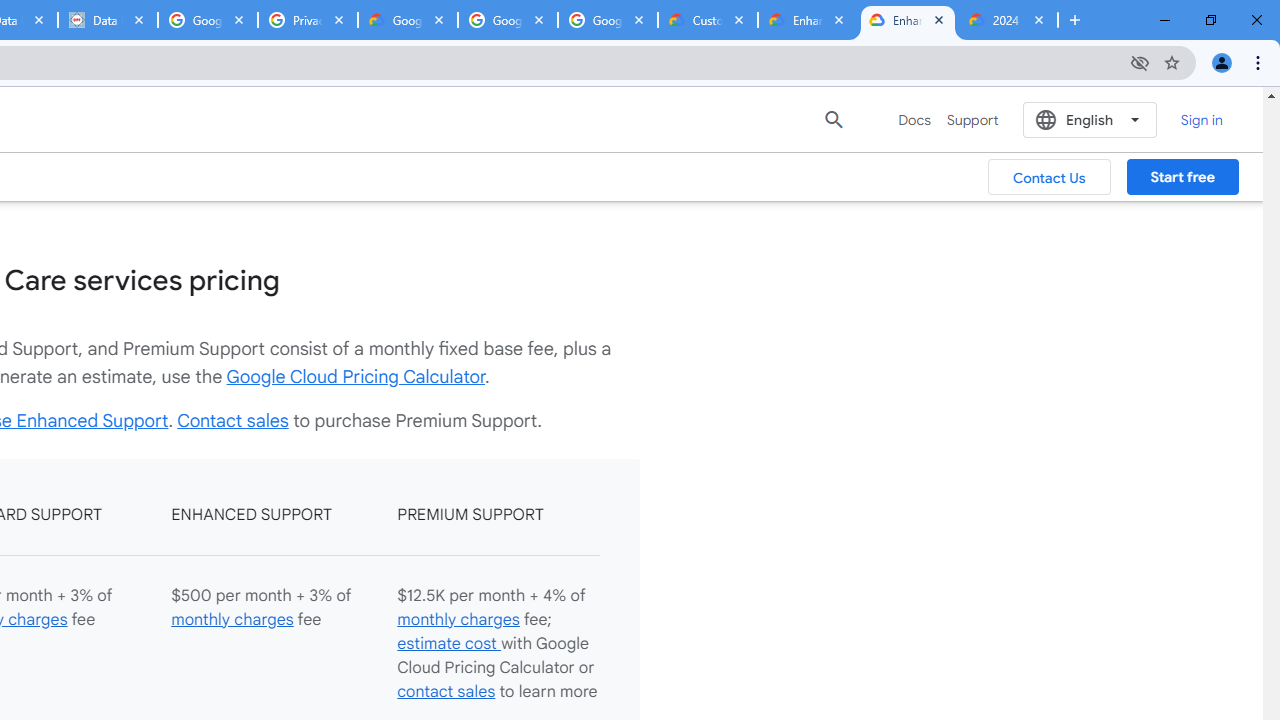 The width and height of the screenshot is (1280, 720). Describe the element at coordinates (445, 690) in the screenshot. I see `'contact sales'` at that location.